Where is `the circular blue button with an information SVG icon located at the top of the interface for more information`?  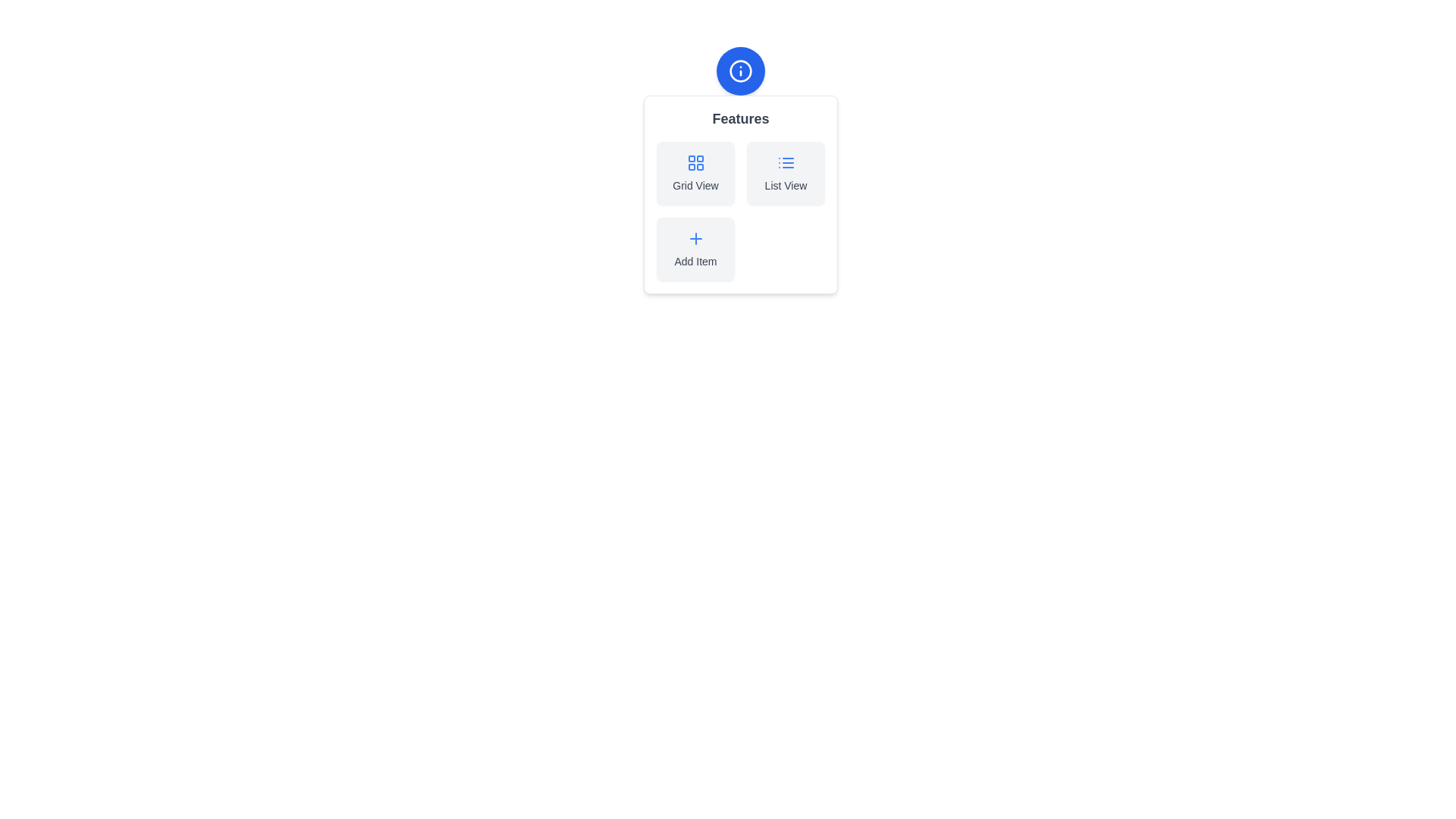
the circular blue button with an information SVG icon located at the top of the interface for more information is located at coordinates (741, 71).